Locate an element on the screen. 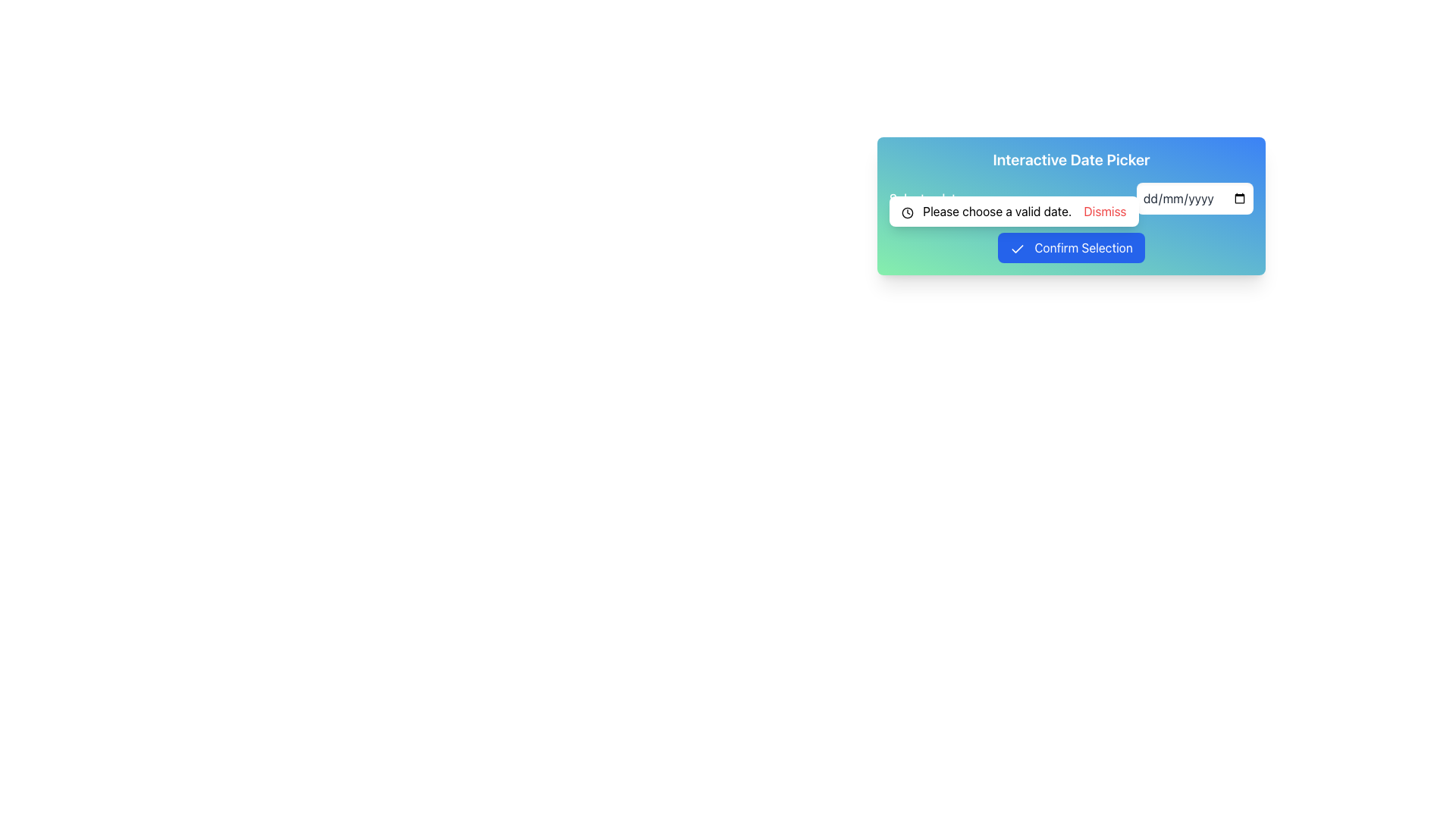  the red 'Dismiss' button located to the right of the text 'Please choose a valid date.' is located at coordinates (1105, 211).